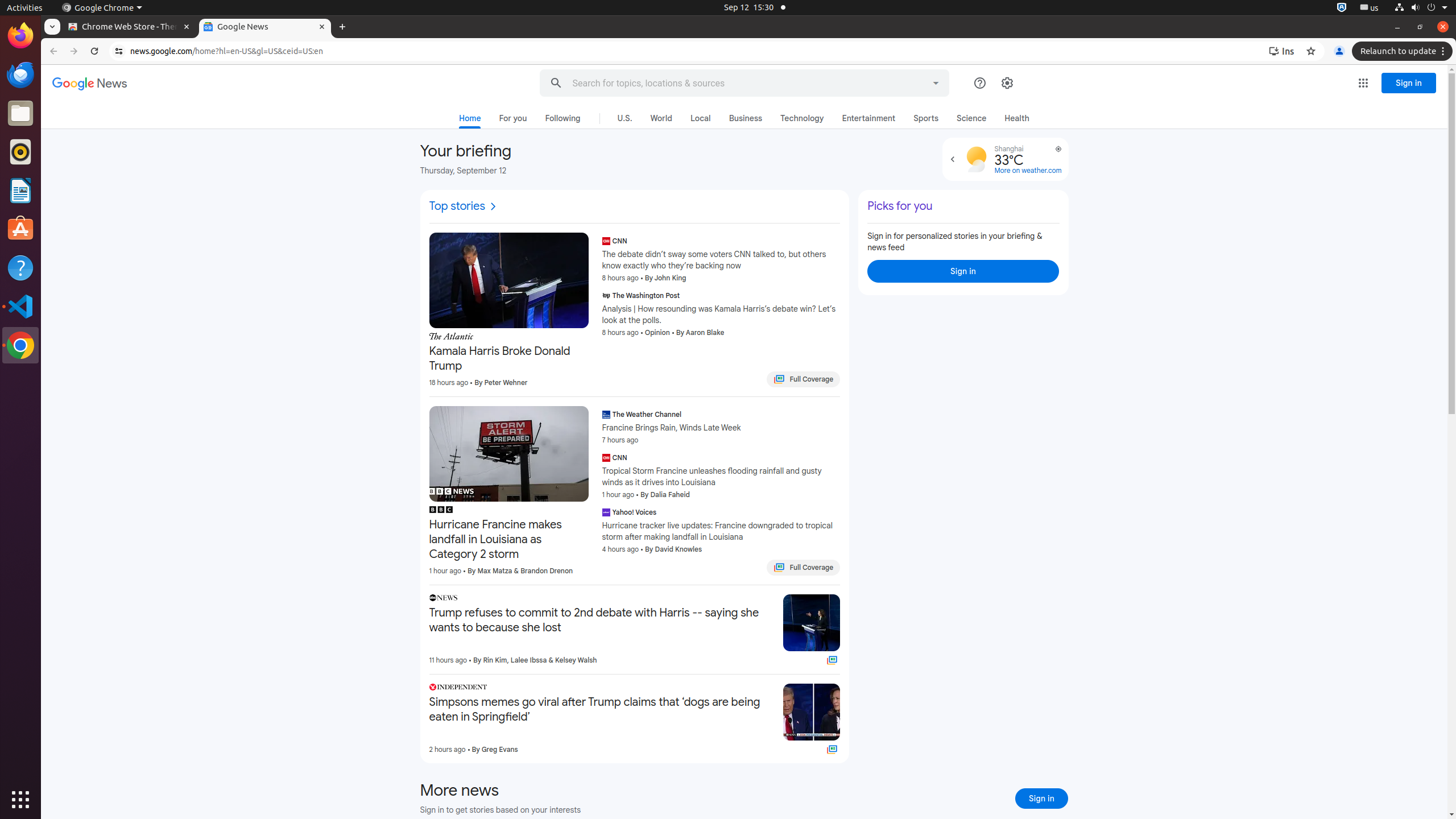 The width and height of the screenshot is (1456, 819). I want to click on 'Show Applications', so click(20, 799).